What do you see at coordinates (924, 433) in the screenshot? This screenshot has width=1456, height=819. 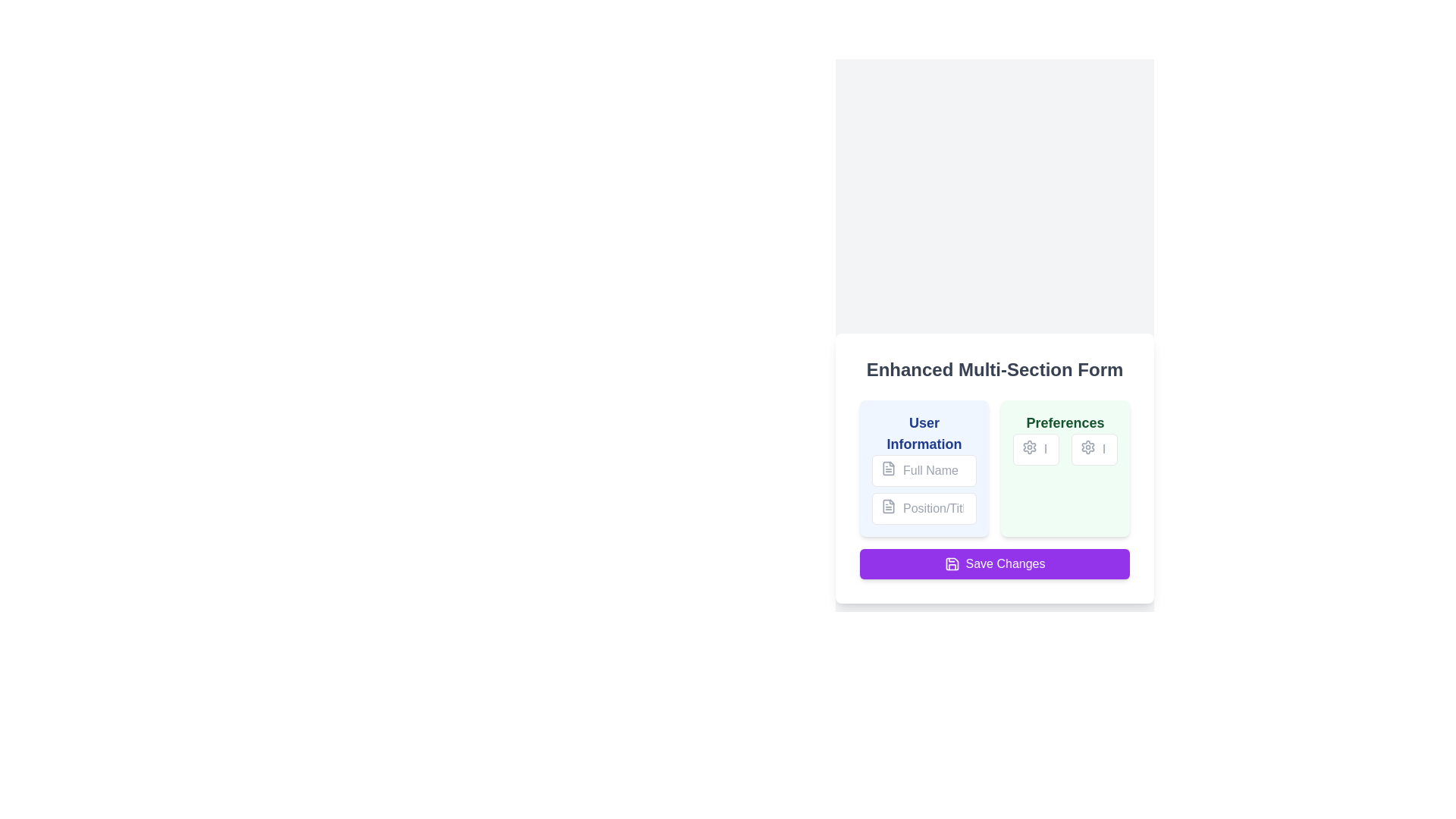 I see `the 'User Information' text label, which is displayed in bold, large blue font on a light blue background, located at the top of the left card in a two-column layout` at bounding box center [924, 433].